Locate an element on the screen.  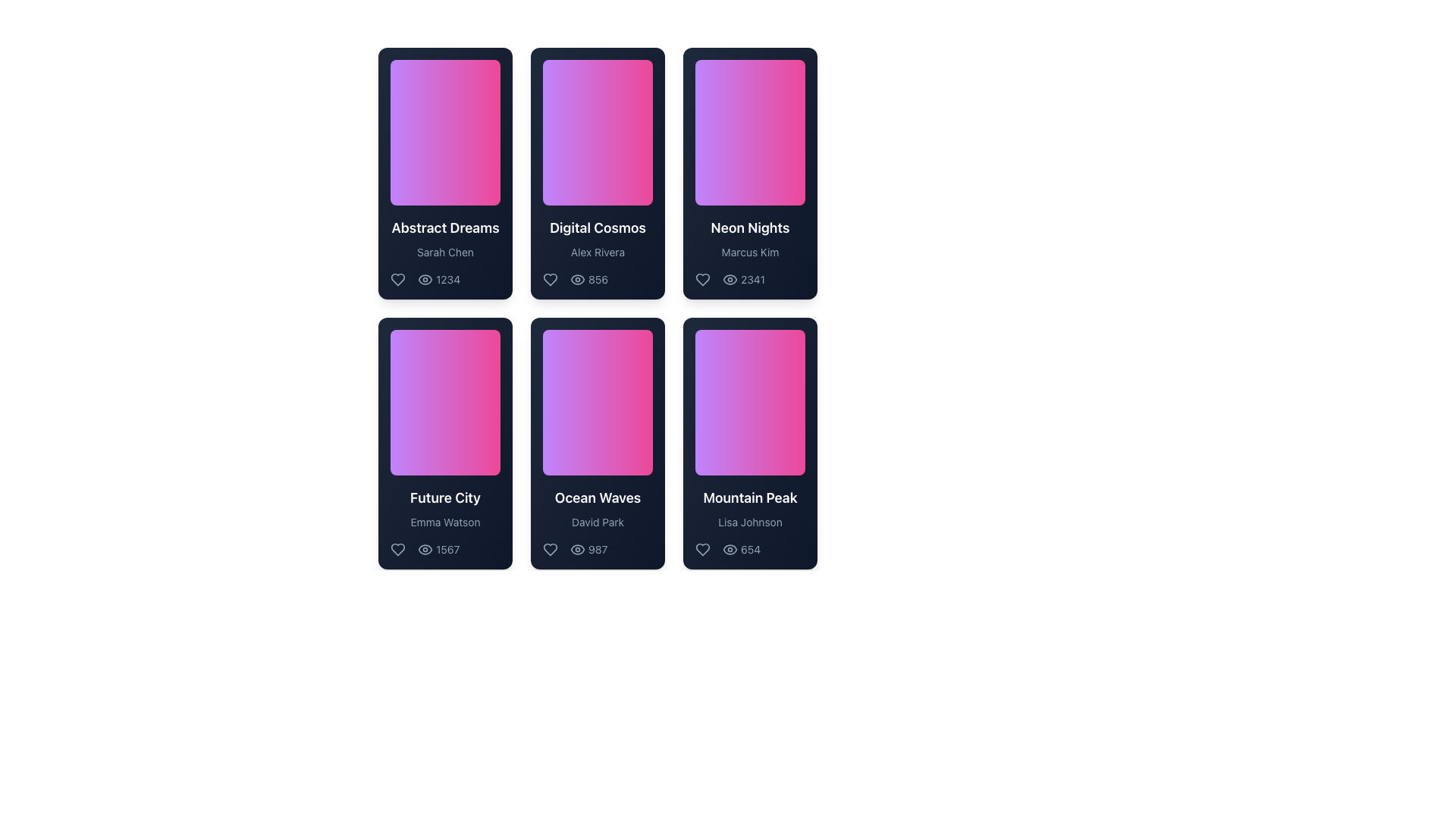
the first Information card located in the middle row of a three-column grid layout is located at coordinates (444, 444).